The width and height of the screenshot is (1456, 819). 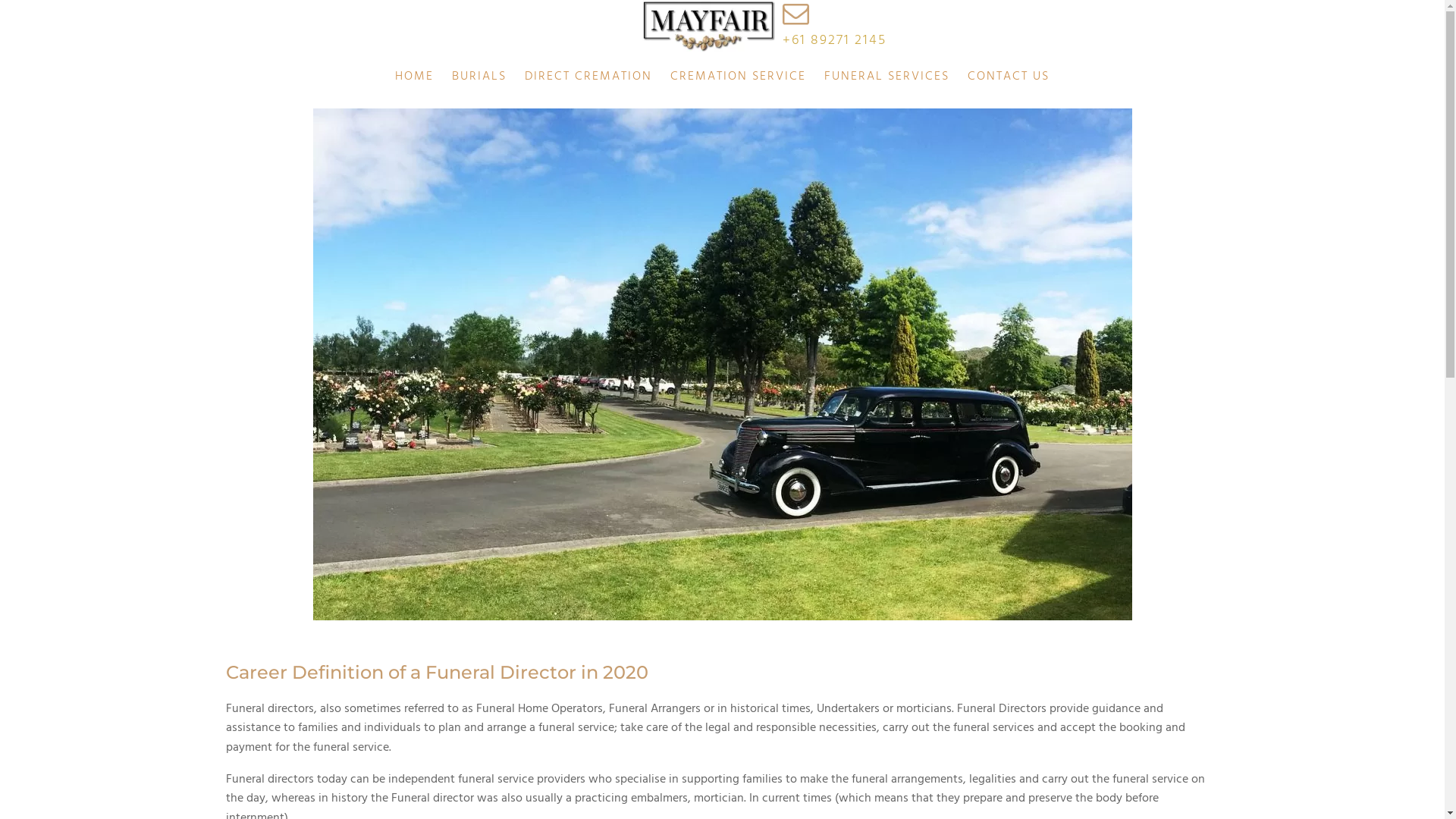 I want to click on 'HOME', so click(x=414, y=77).